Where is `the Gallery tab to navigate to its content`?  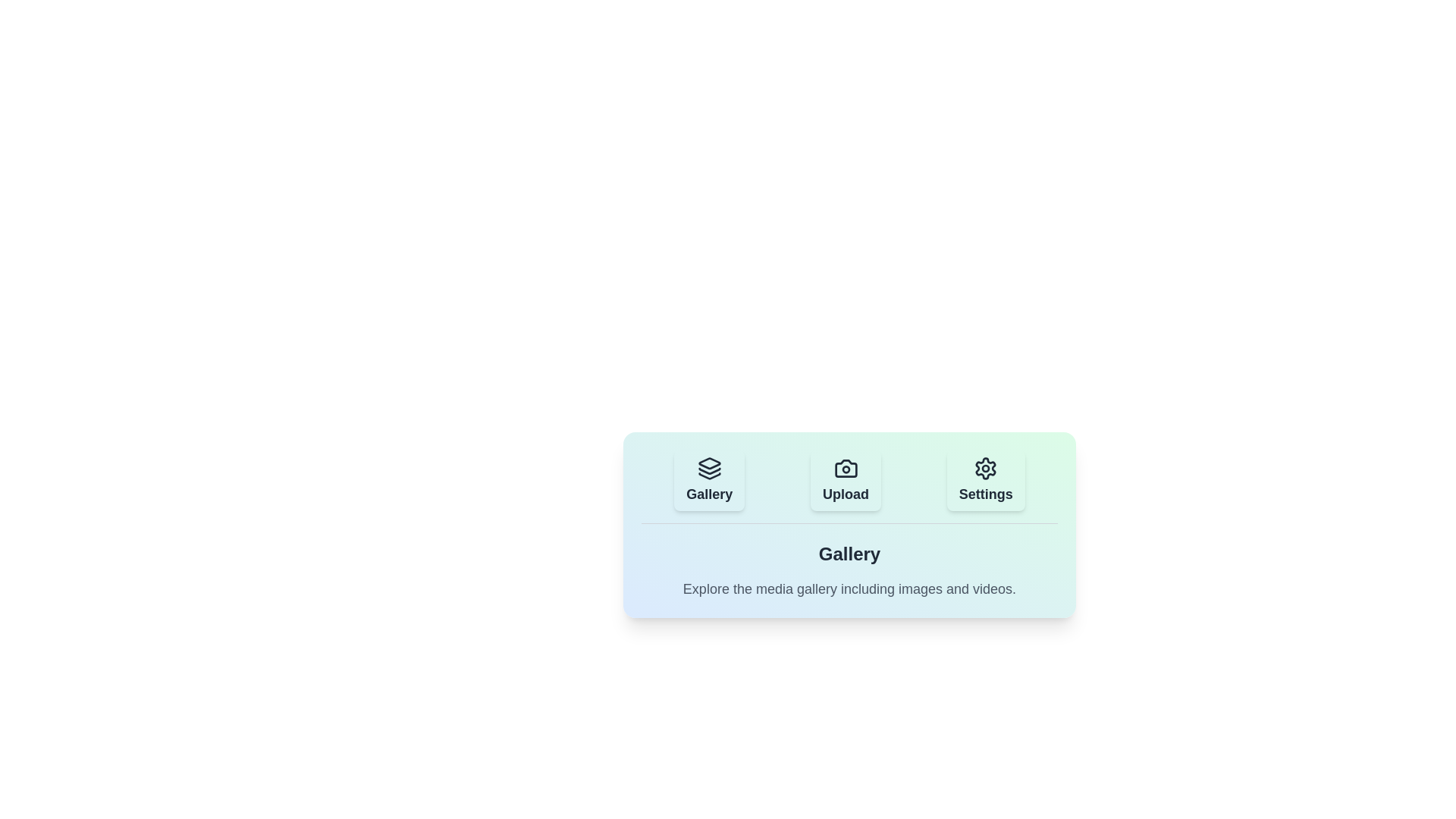 the Gallery tab to navigate to its content is located at coordinates (708, 480).